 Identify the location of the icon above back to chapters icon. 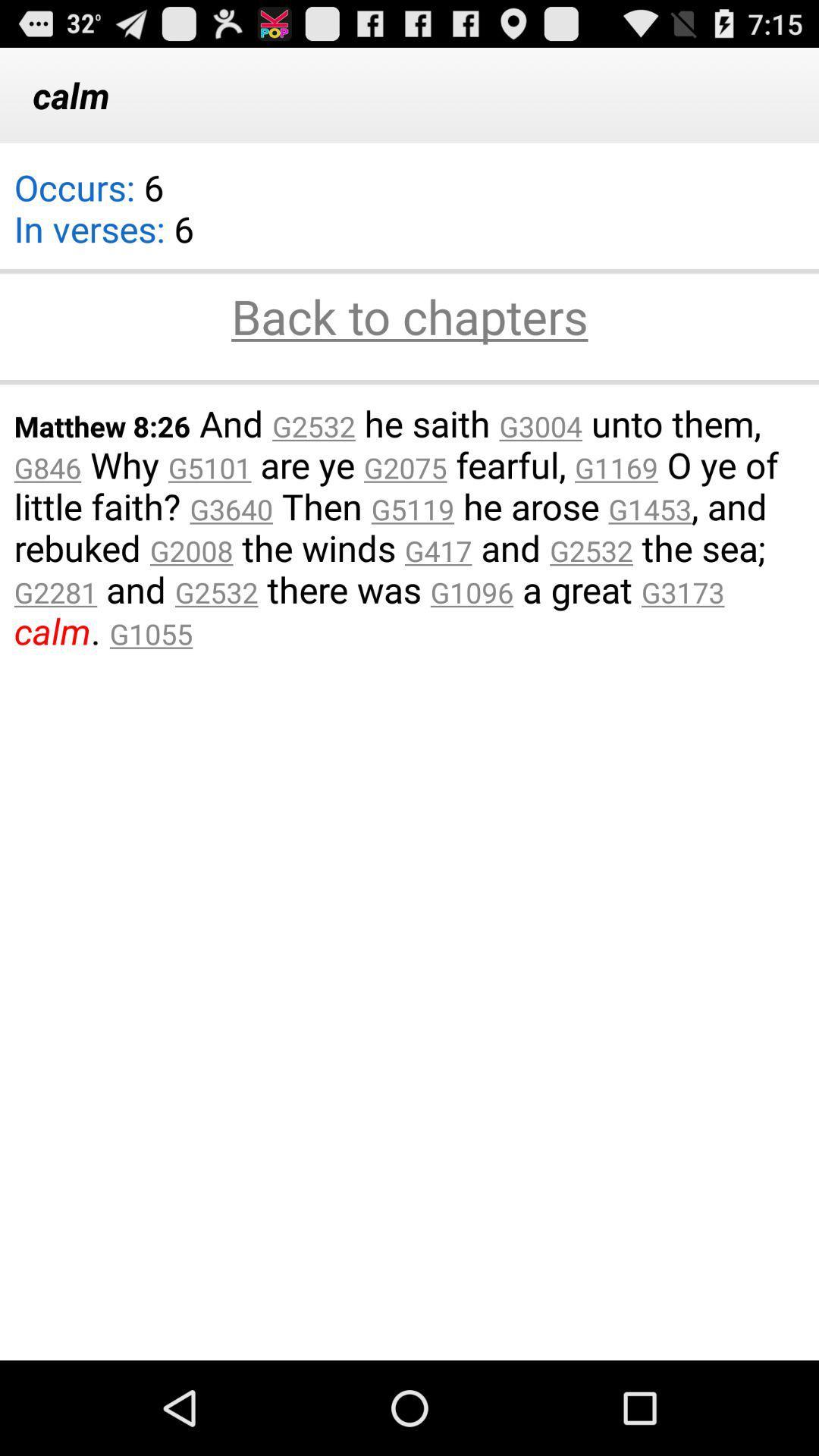
(409, 271).